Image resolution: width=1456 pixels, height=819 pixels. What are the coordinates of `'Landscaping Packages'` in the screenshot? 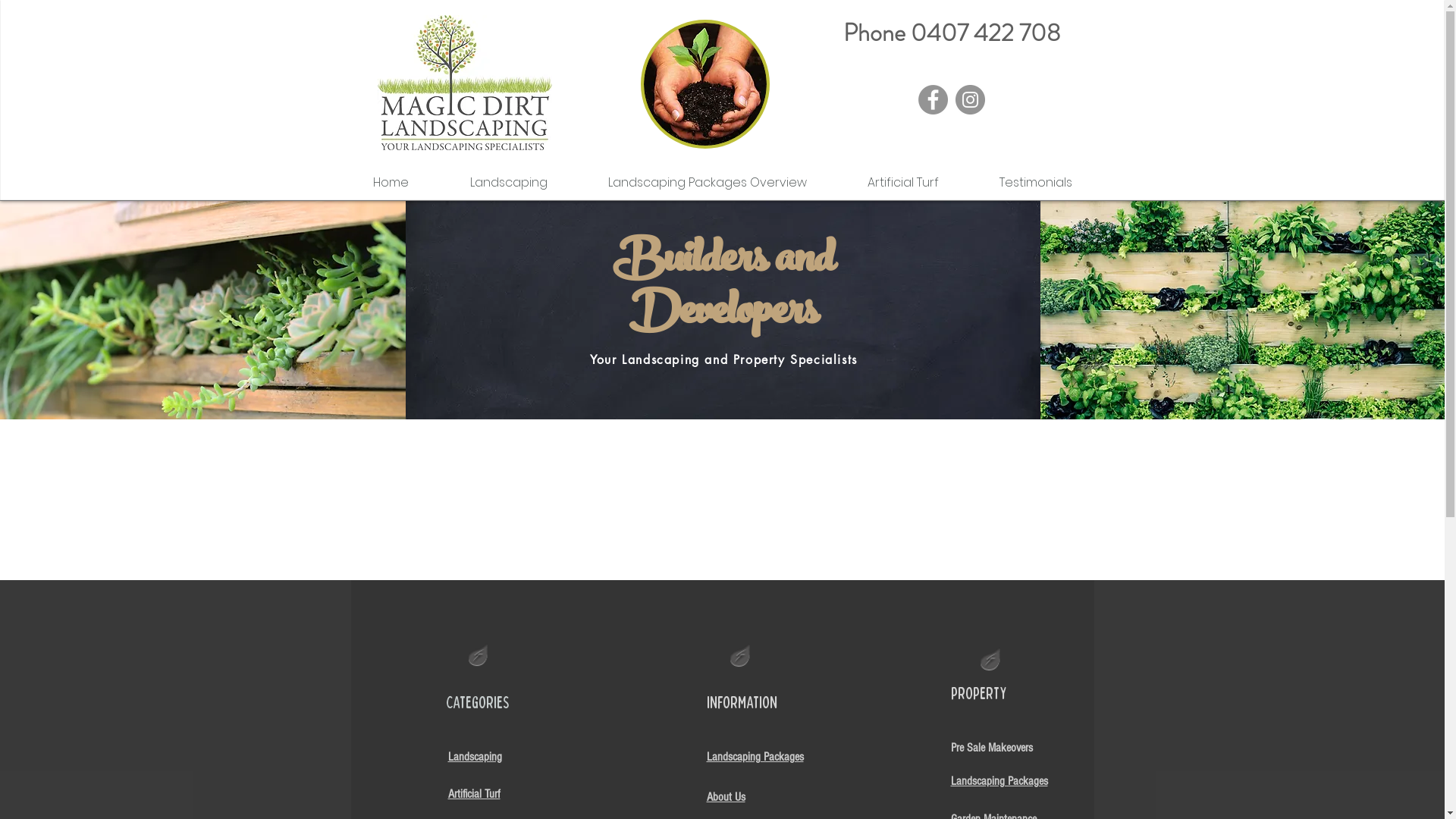 It's located at (755, 755).